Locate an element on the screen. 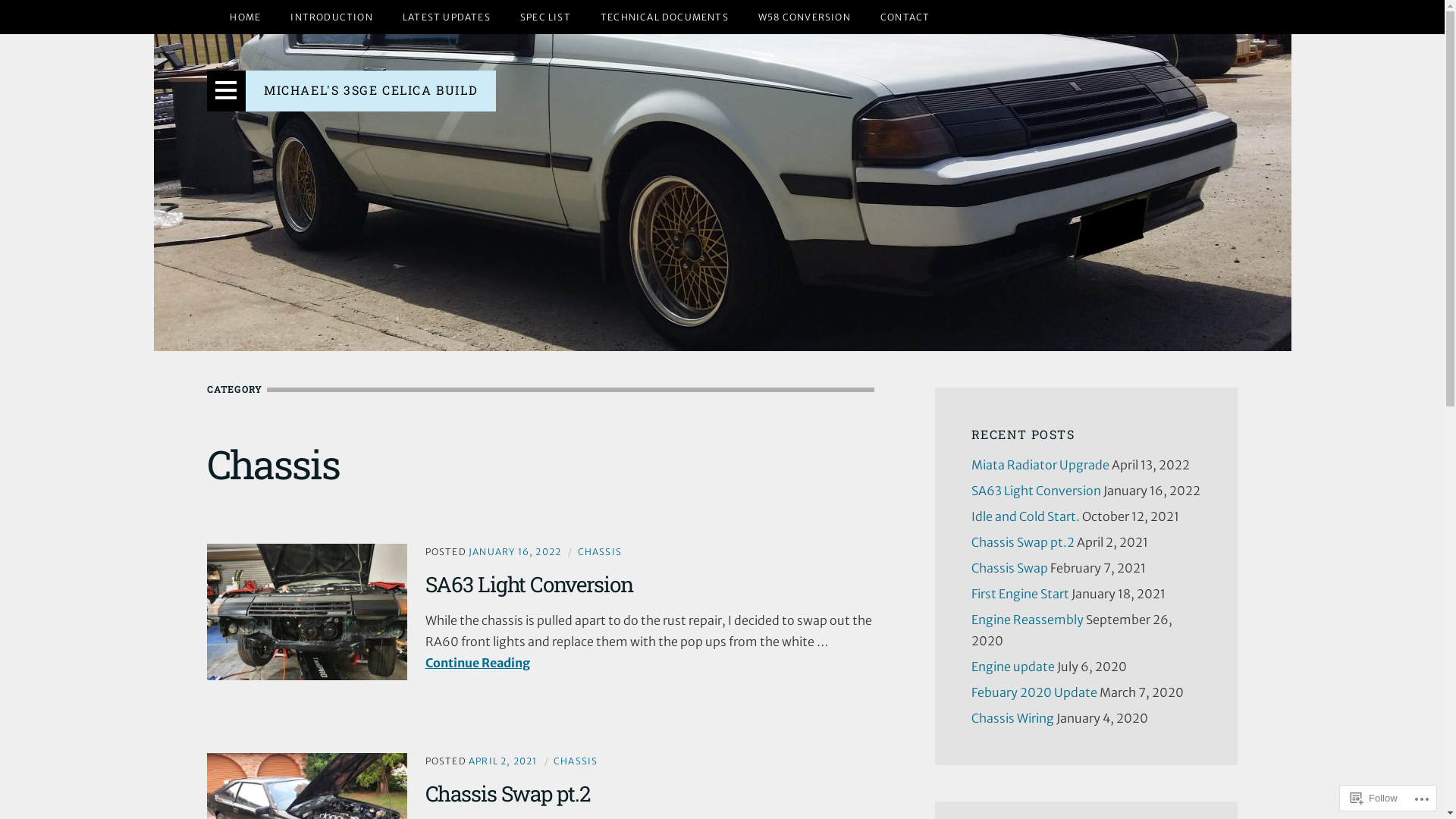 The height and width of the screenshot is (819, 1456). 'Follow' is located at coordinates (1374, 797).